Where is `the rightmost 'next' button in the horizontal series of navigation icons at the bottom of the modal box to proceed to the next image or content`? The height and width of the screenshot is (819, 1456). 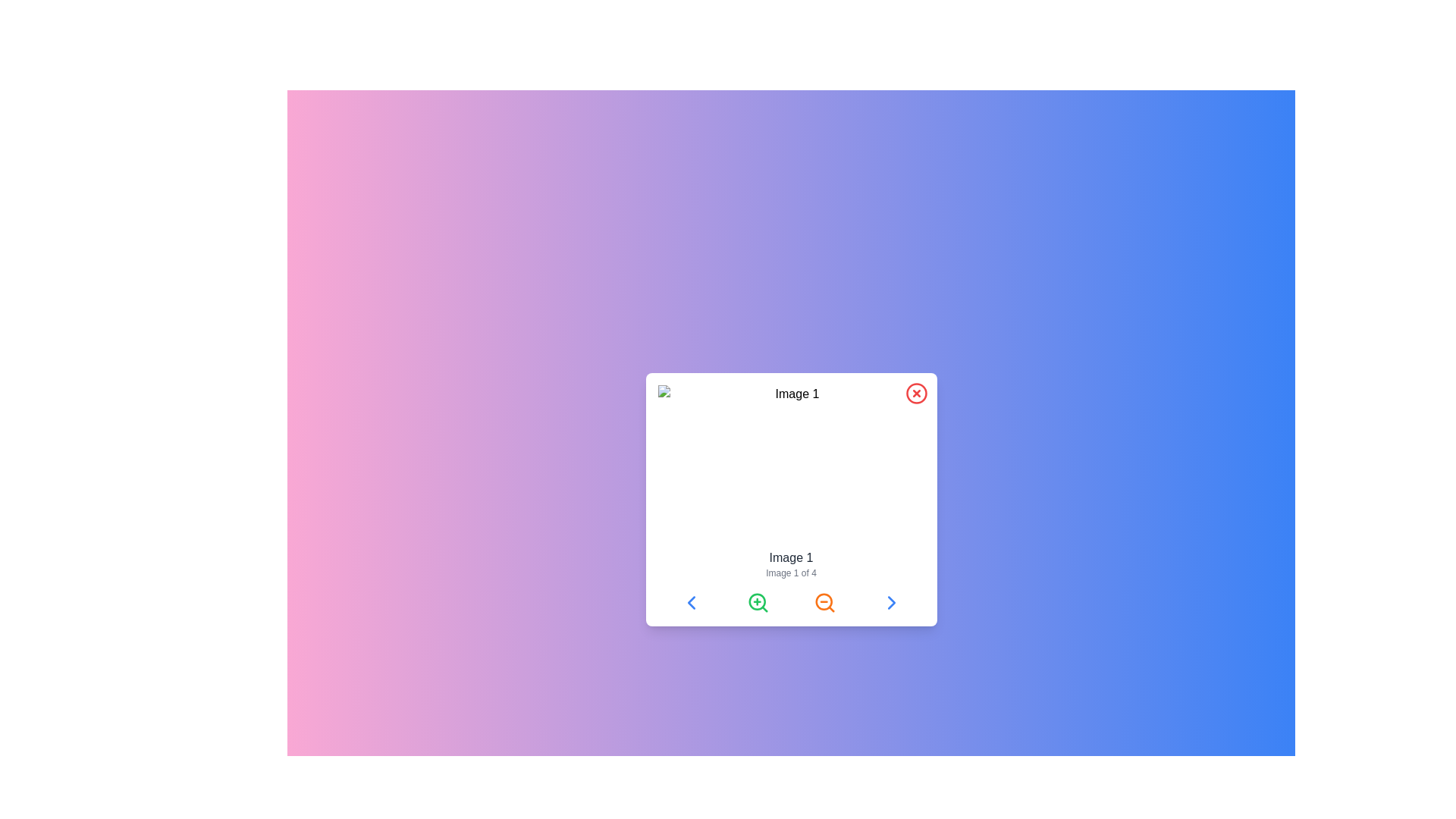
the rightmost 'next' button in the horizontal series of navigation icons at the bottom of the modal box to proceed to the next image or content is located at coordinates (891, 601).